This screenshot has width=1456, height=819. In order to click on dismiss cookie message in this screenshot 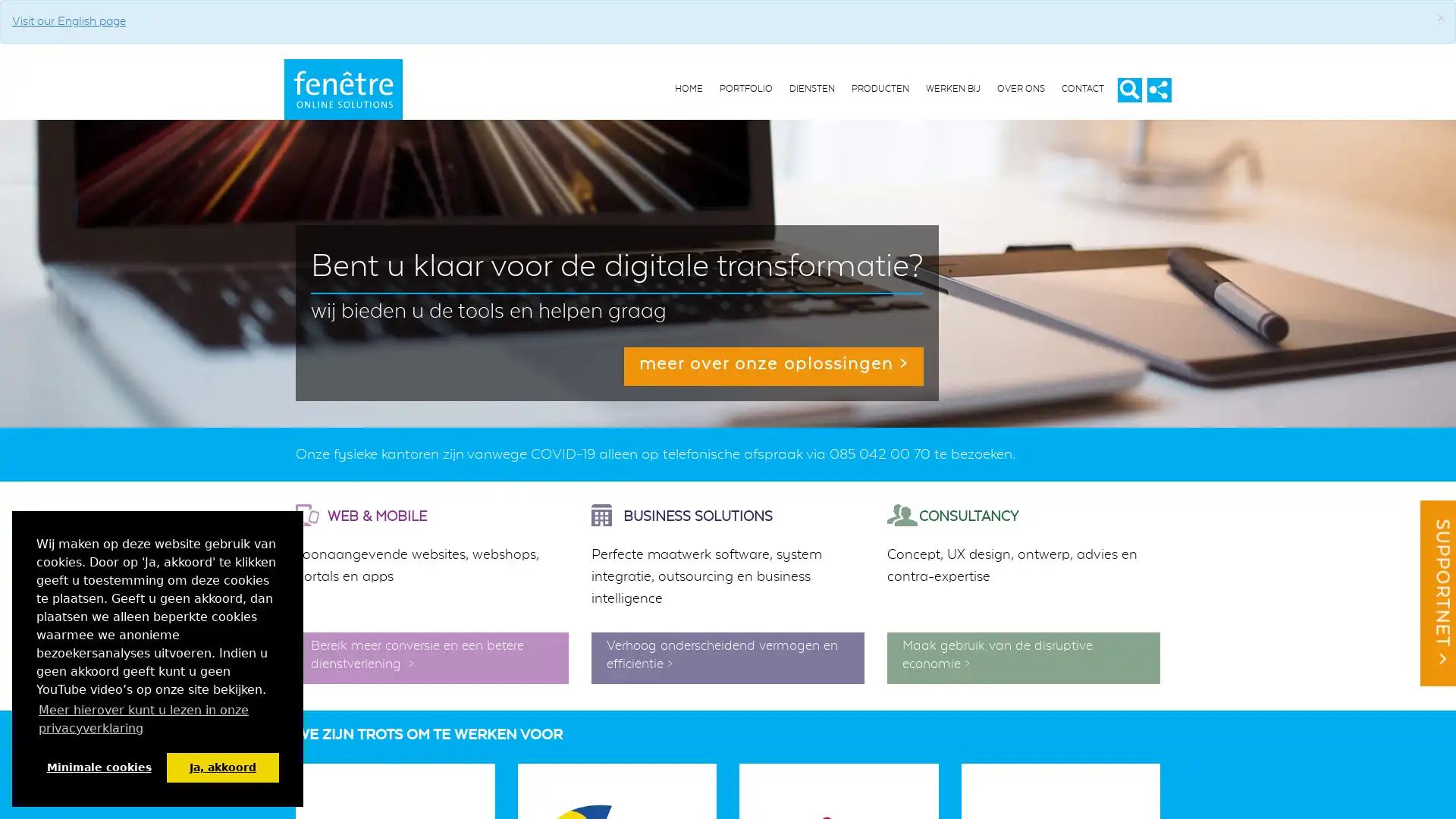, I will do `click(98, 767)`.